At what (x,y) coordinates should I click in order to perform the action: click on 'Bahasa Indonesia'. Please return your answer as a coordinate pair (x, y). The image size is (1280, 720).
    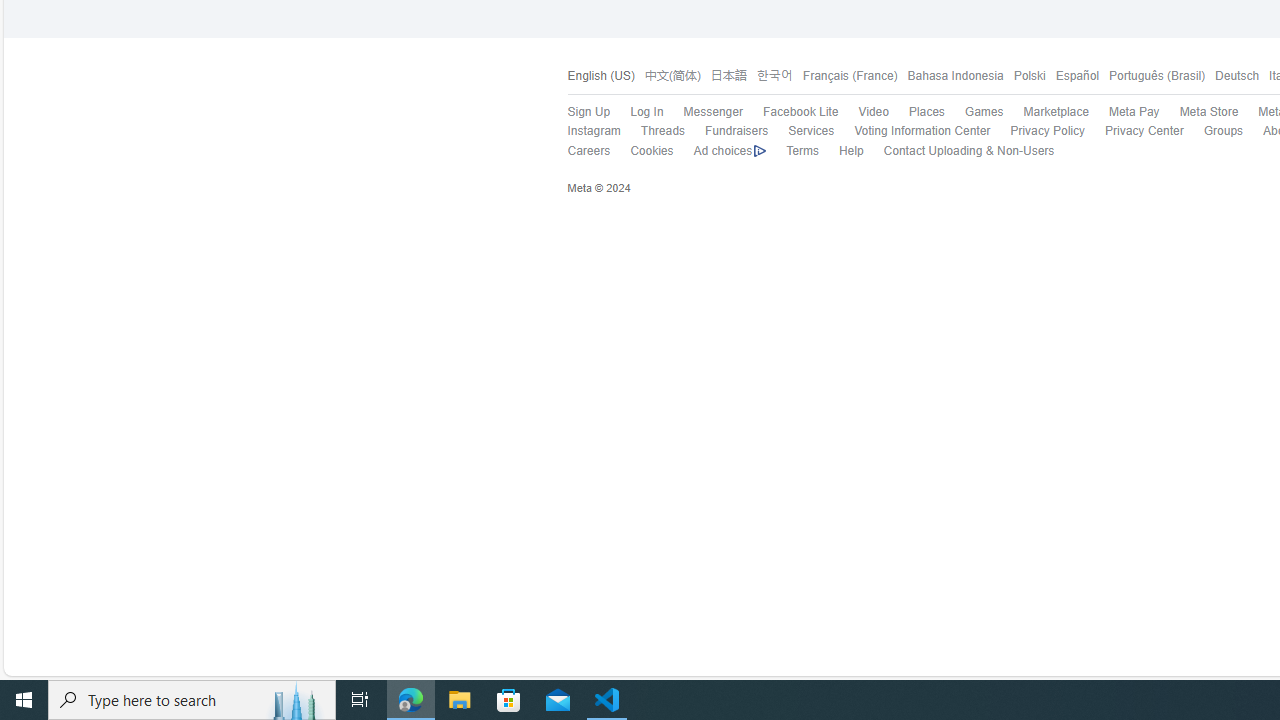
    Looking at the image, I should click on (954, 75).